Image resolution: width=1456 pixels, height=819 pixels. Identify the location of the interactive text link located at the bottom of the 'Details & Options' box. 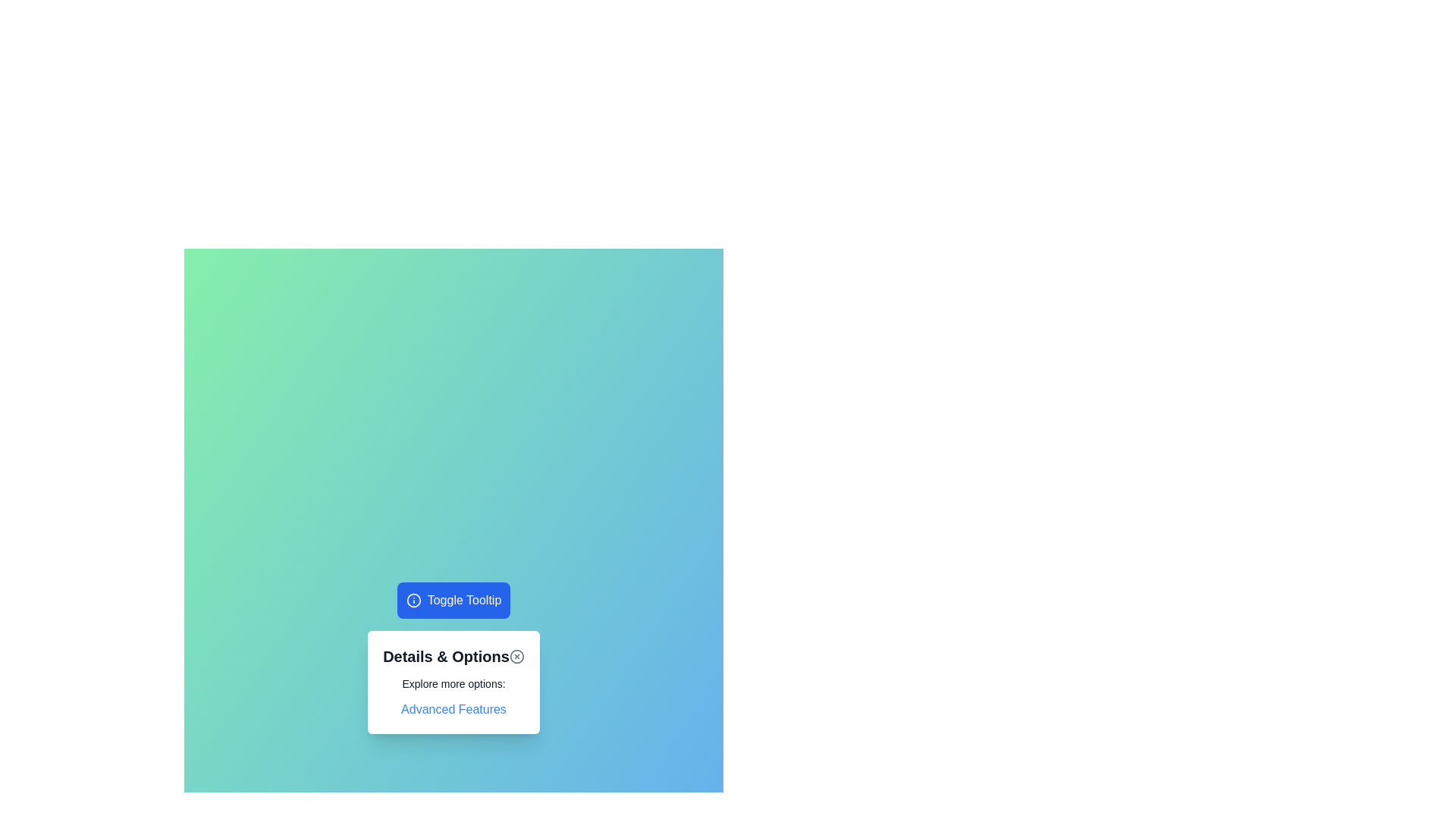
(453, 710).